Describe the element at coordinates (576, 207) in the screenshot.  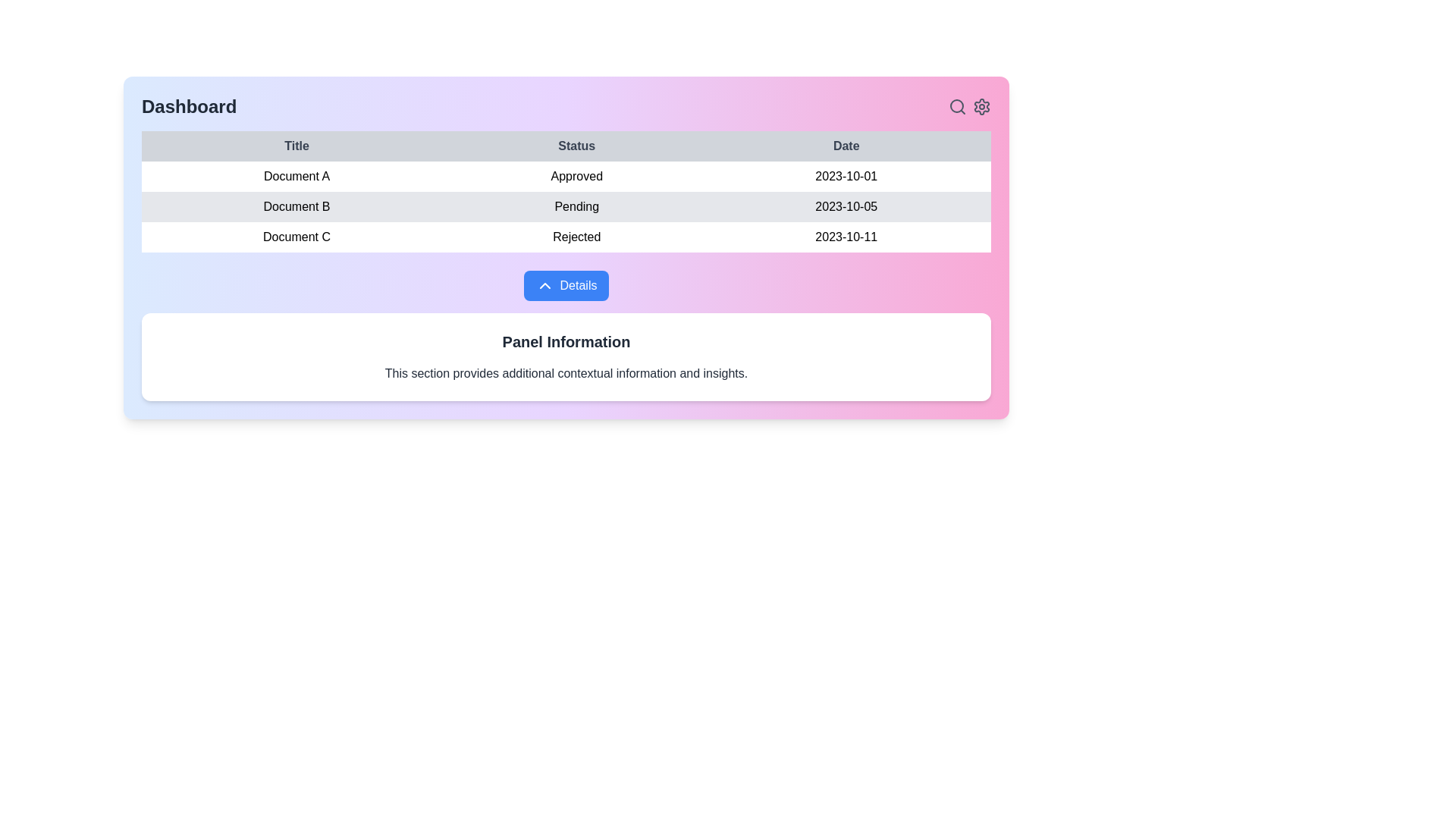
I see `the 'Pending' status text label located in the middle column of the three-column table structure, positioned in the second row` at that location.